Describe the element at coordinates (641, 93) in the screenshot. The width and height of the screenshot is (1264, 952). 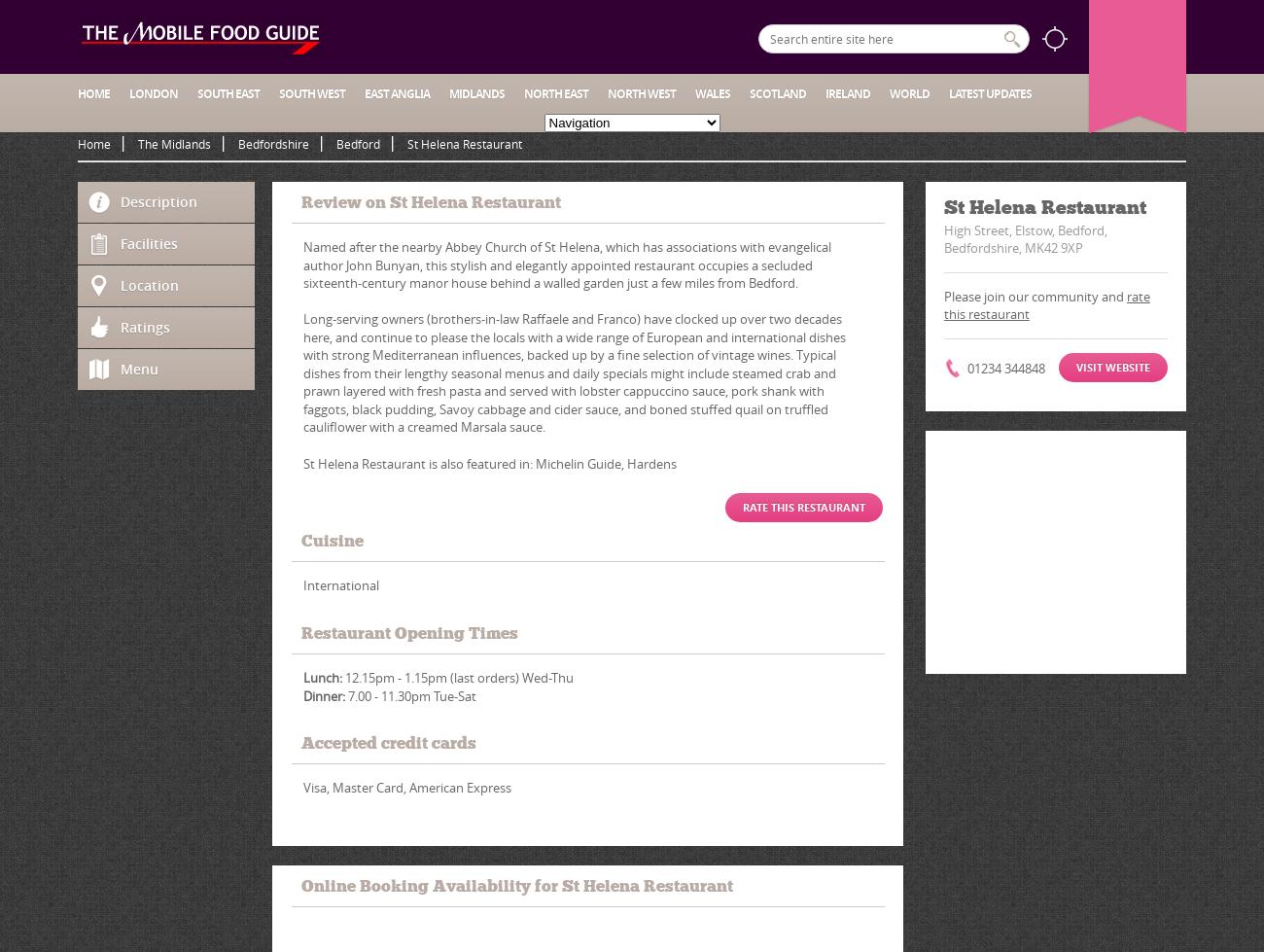
I see `'North West'` at that location.